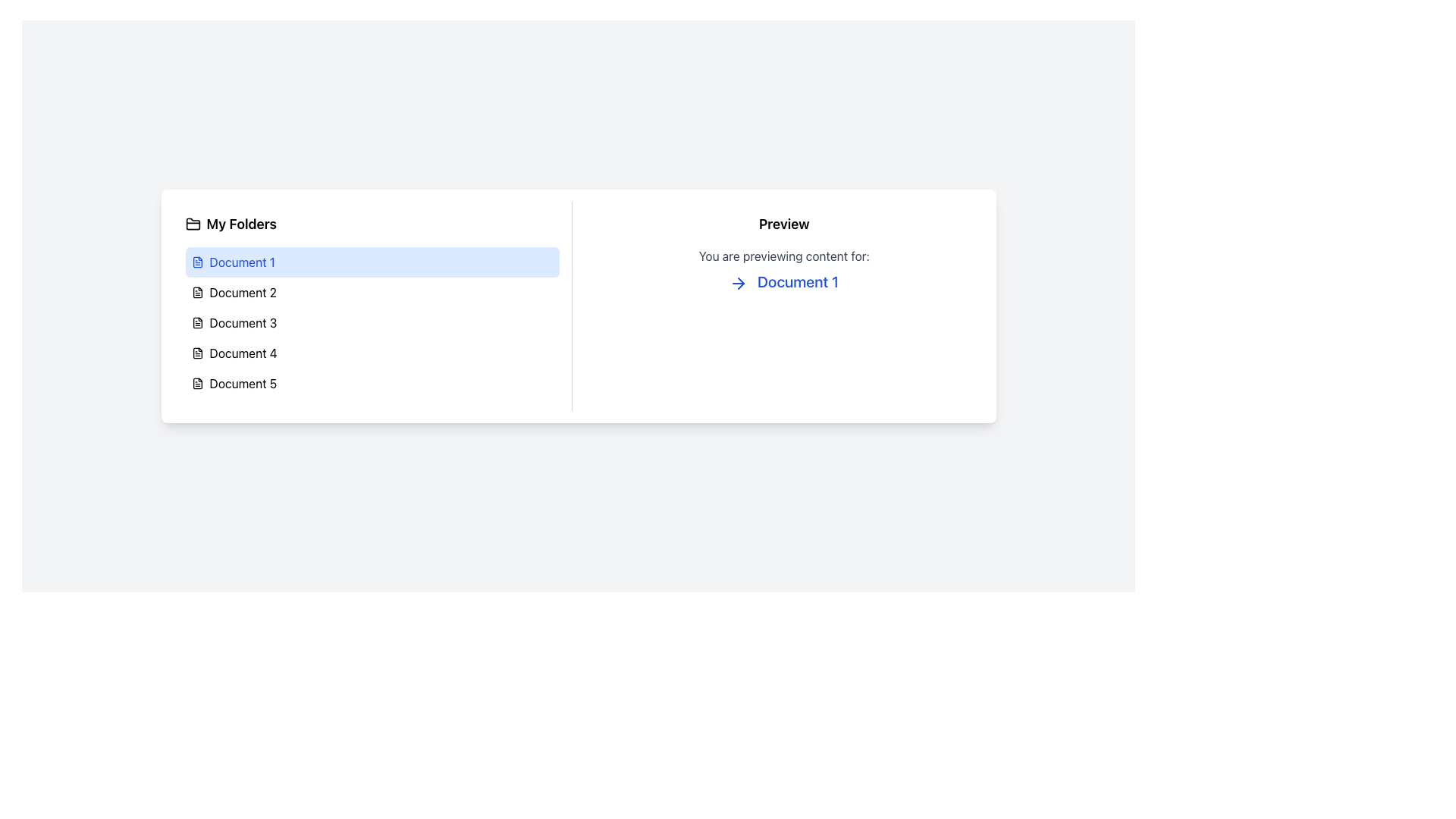 The width and height of the screenshot is (1456, 819). I want to click on the icon representing 'Document 3' located to the left of the text in the list of folder items under 'My Folders.' This is the third item in the vertical list, so click(196, 322).